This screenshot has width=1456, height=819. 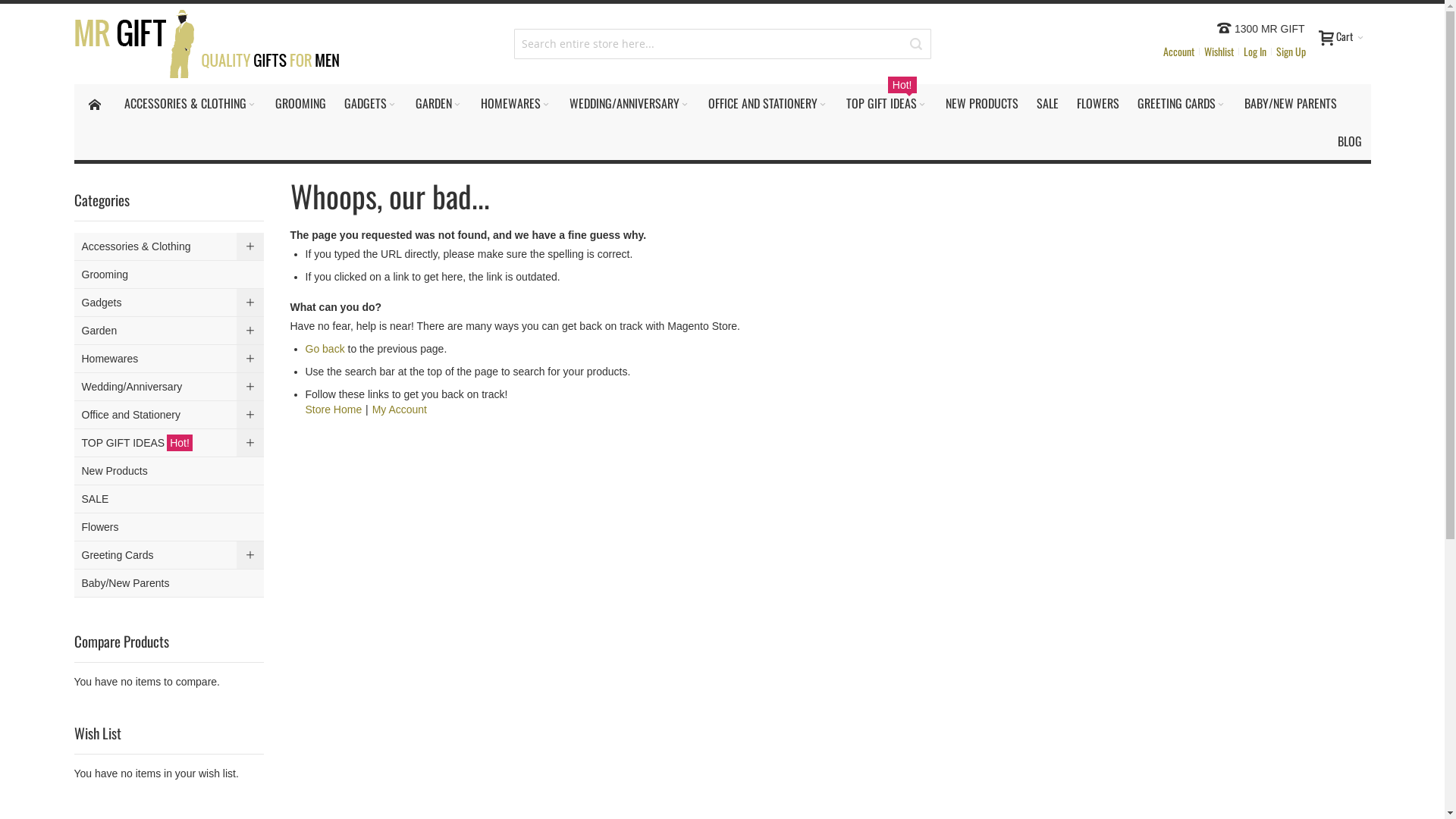 What do you see at coordinates (981, 102) in the screenshot?
I see `'NEW PRODUCTS'` at bounding box center [981, 102].